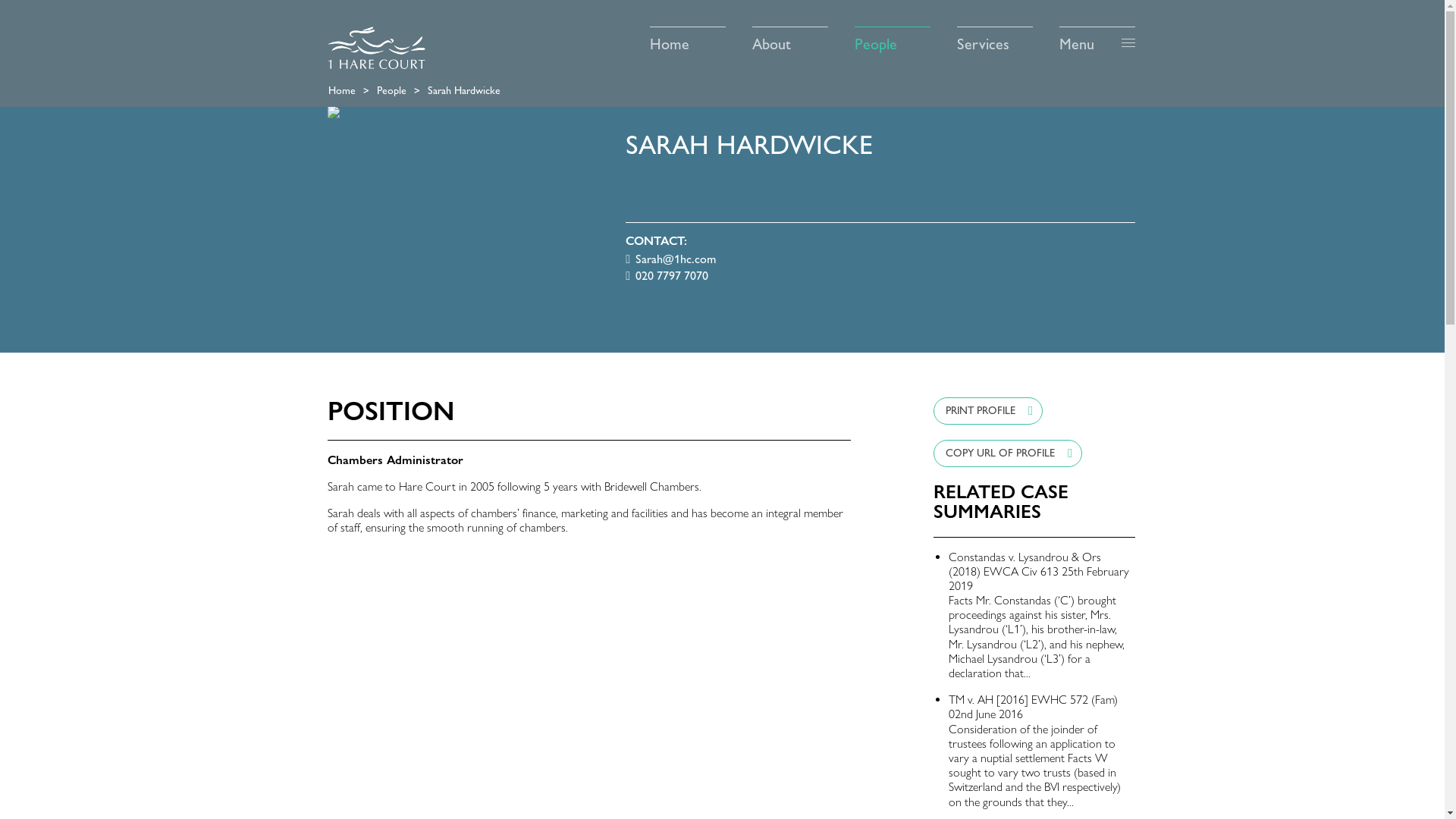 The width and height of the screenshot is (1456, 819). What do you see at coordinates (427, 90) in the screenshot?
I see `'Sarah Hardwicke'` at bounding box center [427, 90].